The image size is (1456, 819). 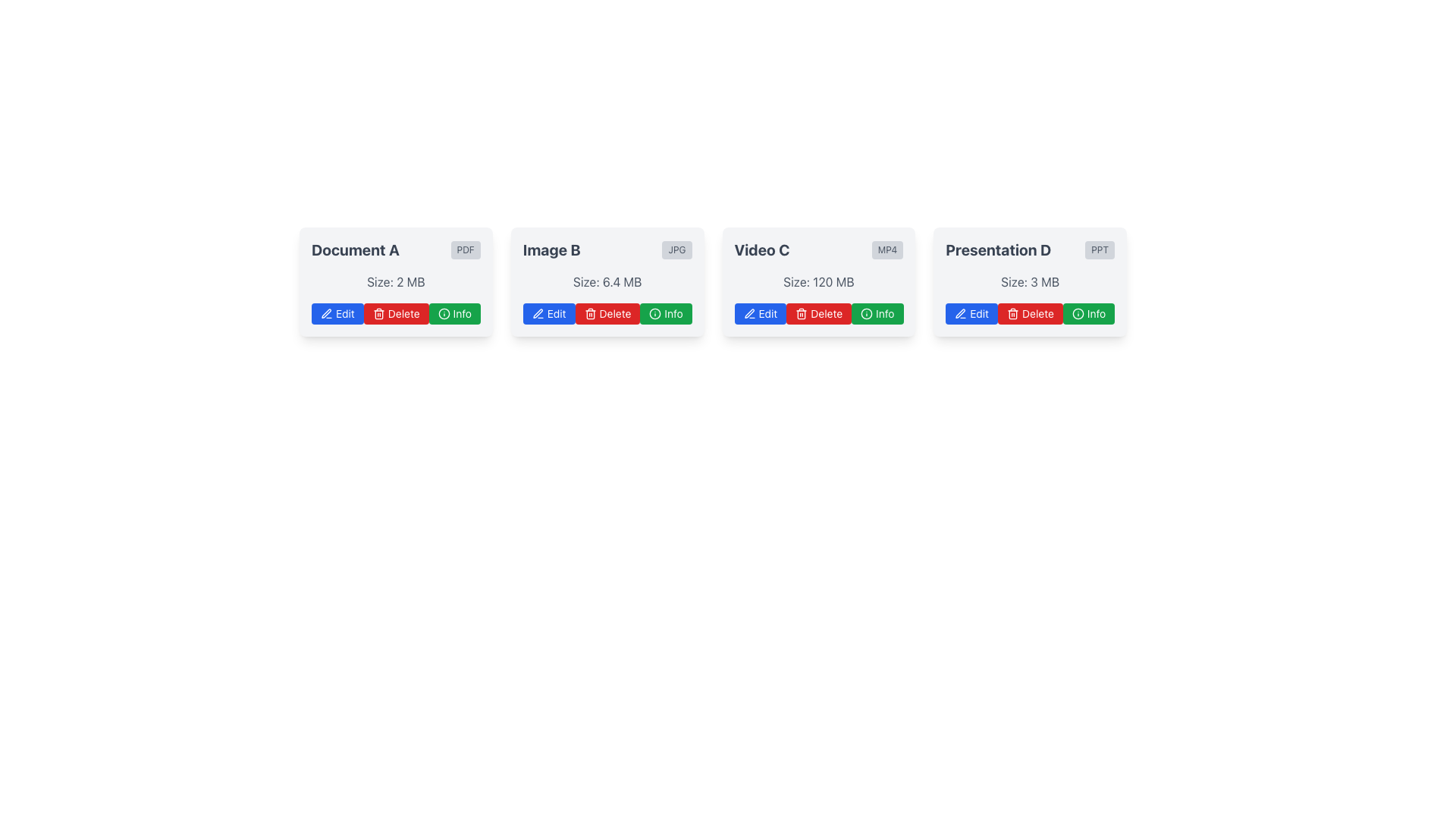 What do you see at coordinates (971, 312) in the screenshot?
I see `the blue 'Edit' button with rounded corners, which is the first button in the horizontal layout within the 'Presentation D' card` at bounding box center [971, 312].